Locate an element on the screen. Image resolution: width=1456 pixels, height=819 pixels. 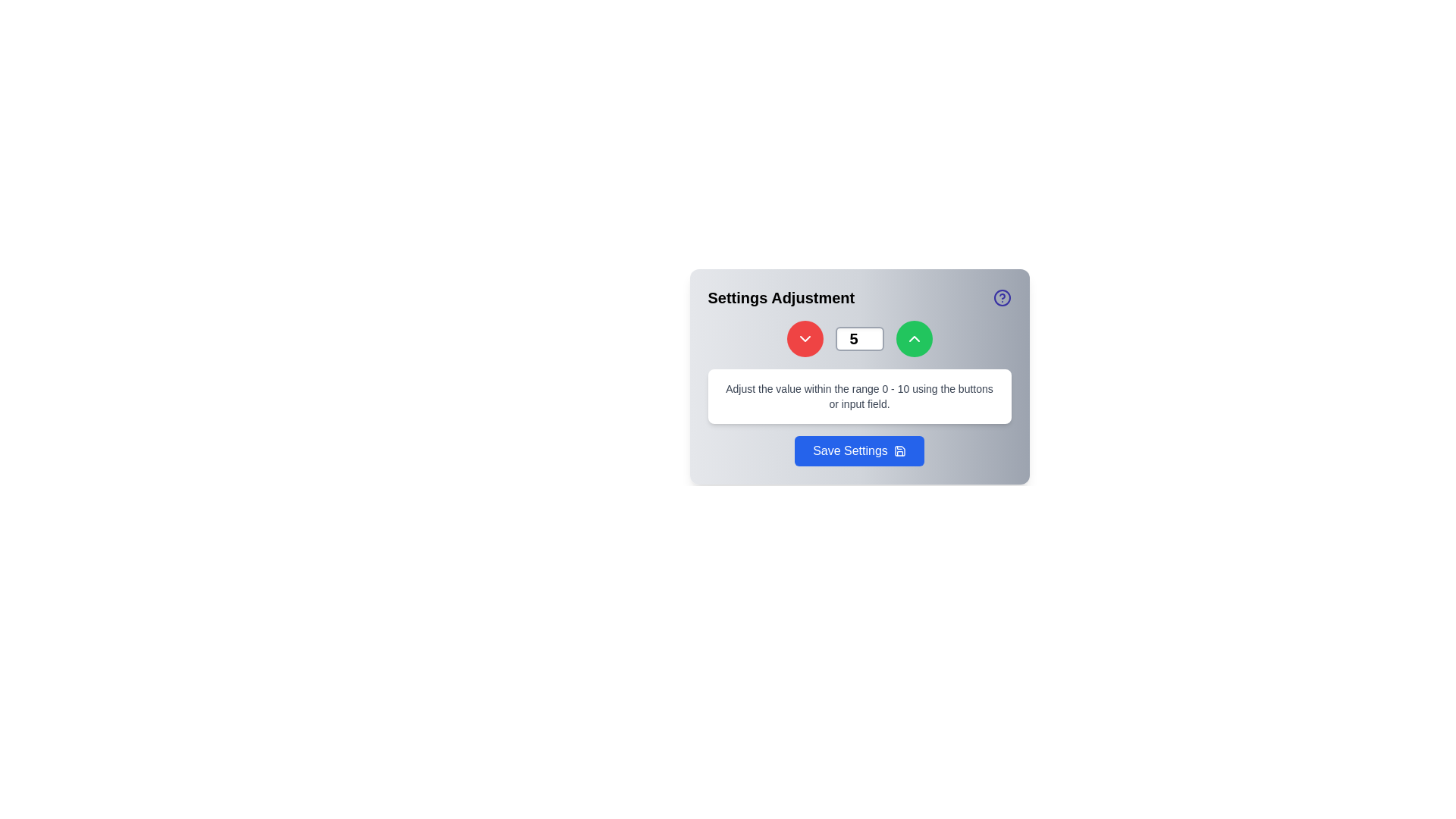
the blue circular element that forms the main structure of the question-mark icon located in the top-right corner of the settings dialog box is located at coordinates (1002, 298).